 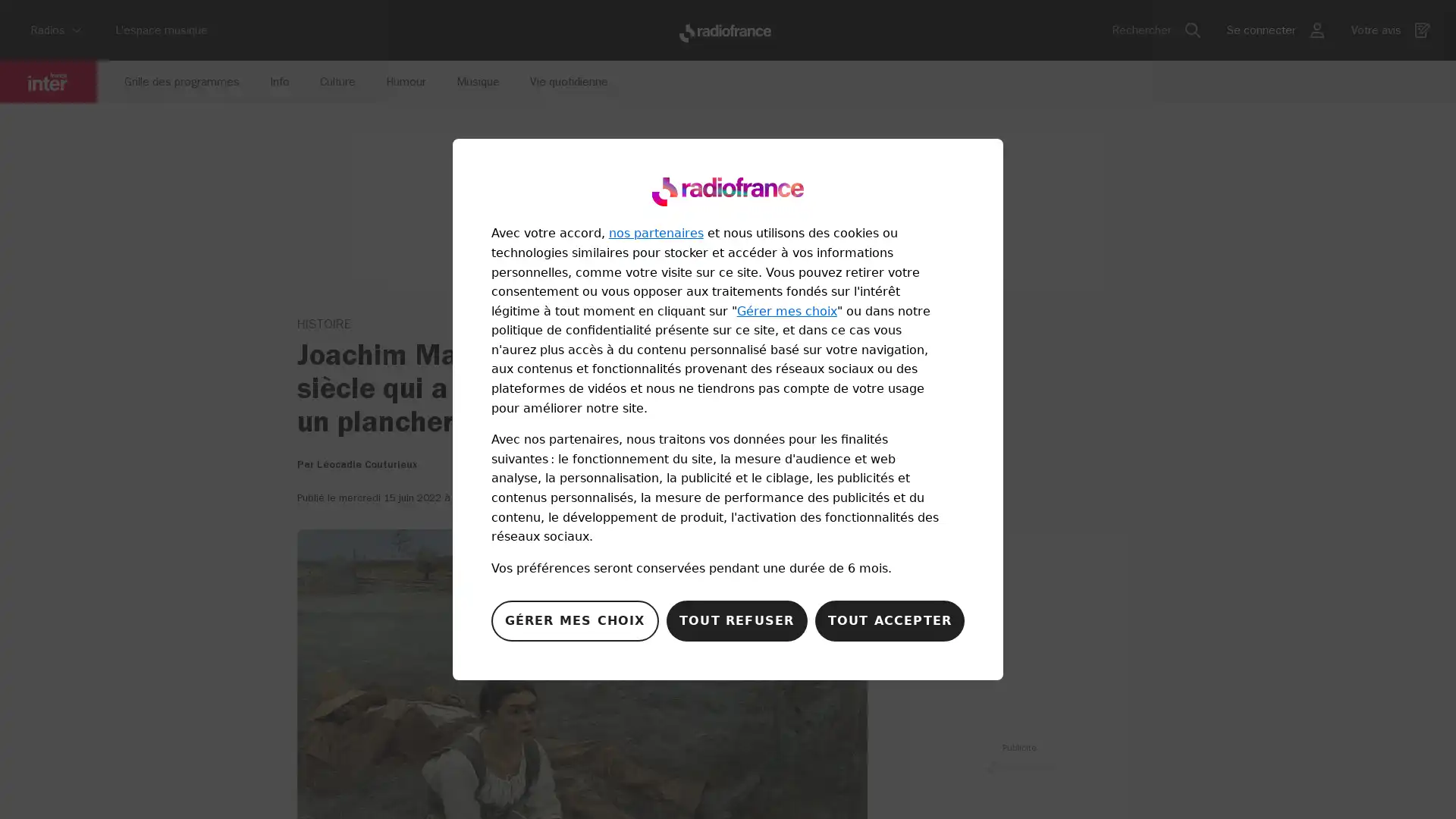 What do you see at coordinates (585, 497) in the screenshot?
I see `Partager` at bounding box center [585, 497].